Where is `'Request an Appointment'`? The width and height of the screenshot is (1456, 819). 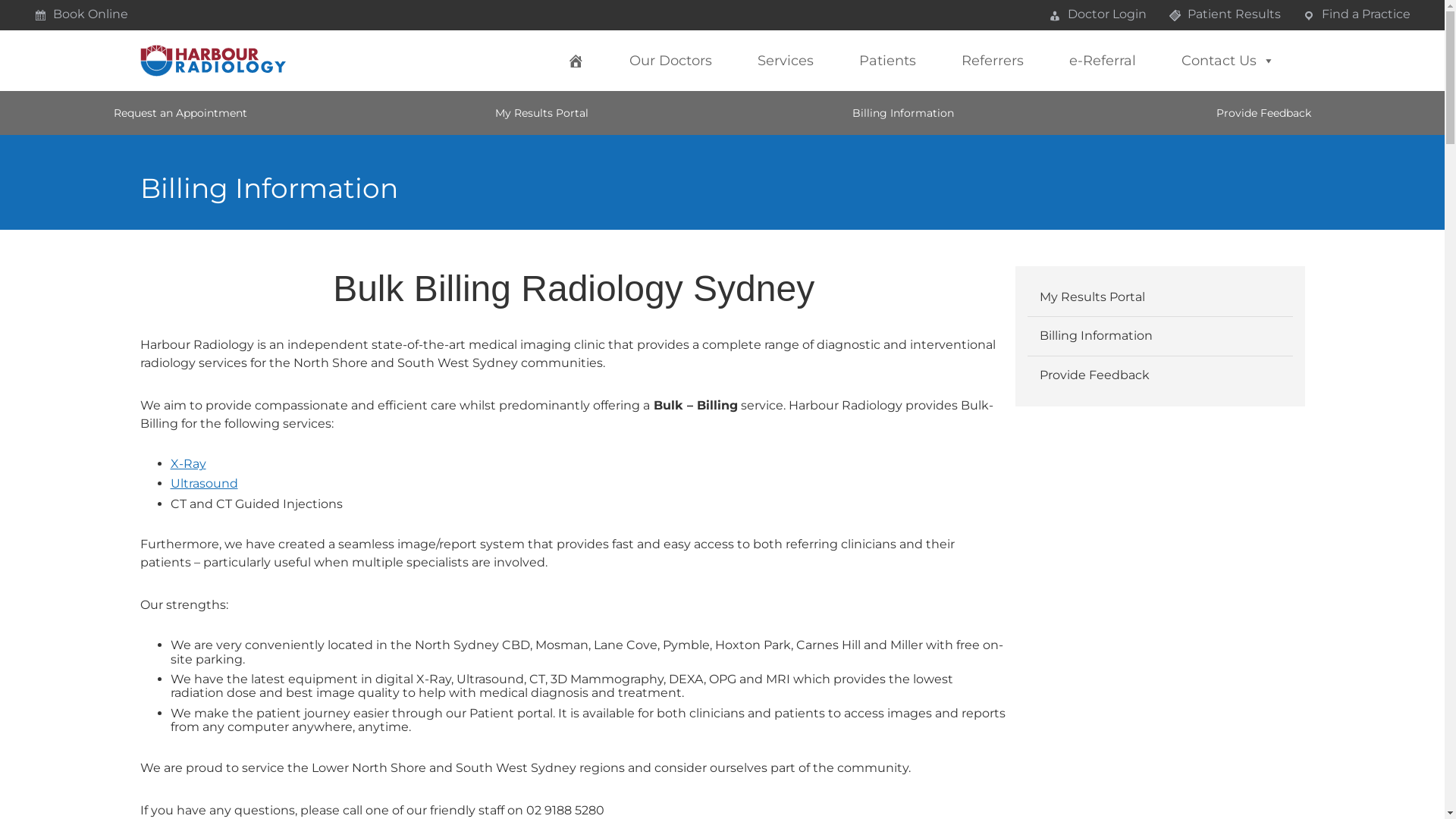
'Request an Appointment' is located at coordinates (180, 112).